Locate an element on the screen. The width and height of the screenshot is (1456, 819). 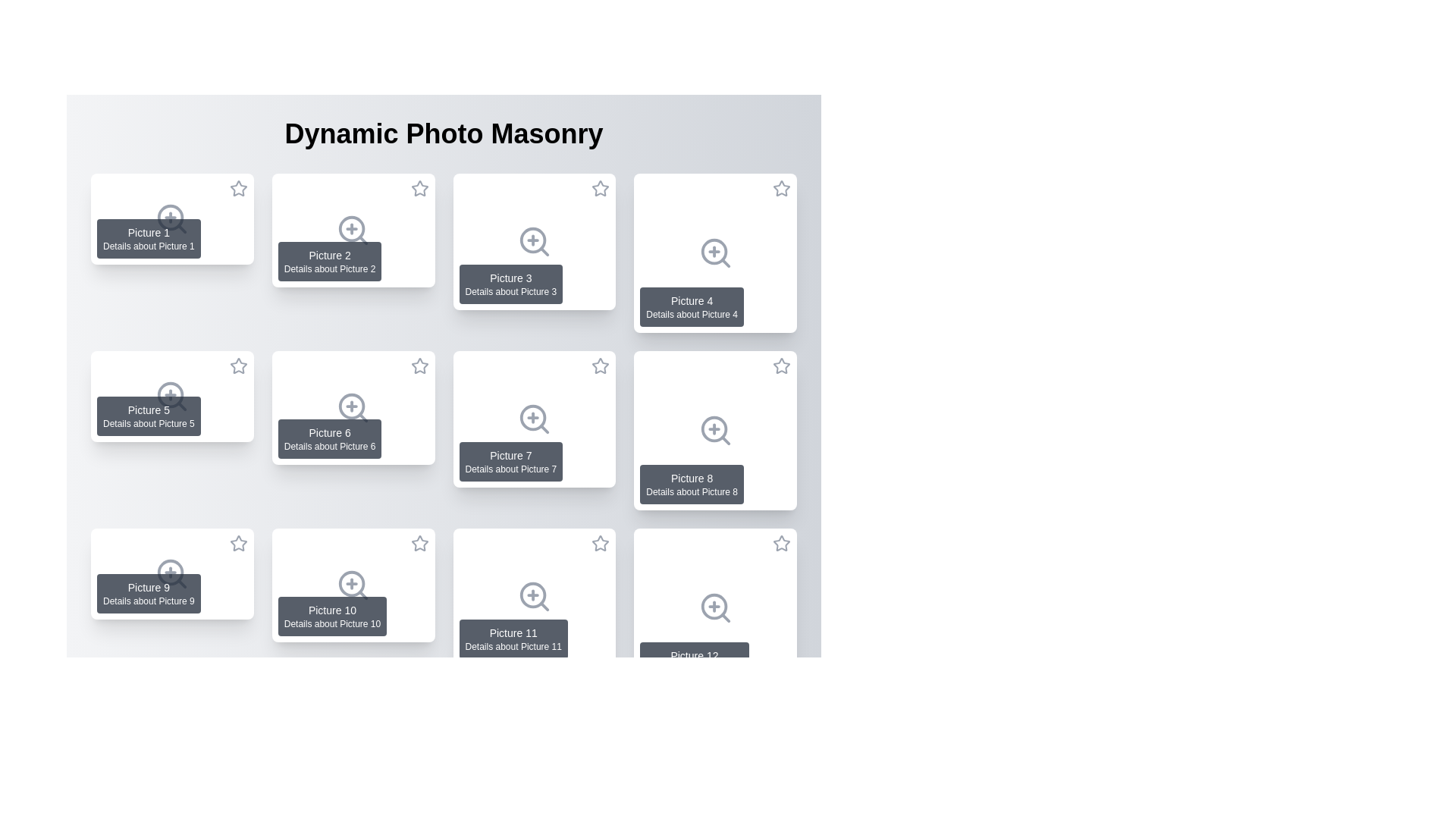
the star button in the top-right corner of the 'Picture 2' card is located at coordinates (419, 188).